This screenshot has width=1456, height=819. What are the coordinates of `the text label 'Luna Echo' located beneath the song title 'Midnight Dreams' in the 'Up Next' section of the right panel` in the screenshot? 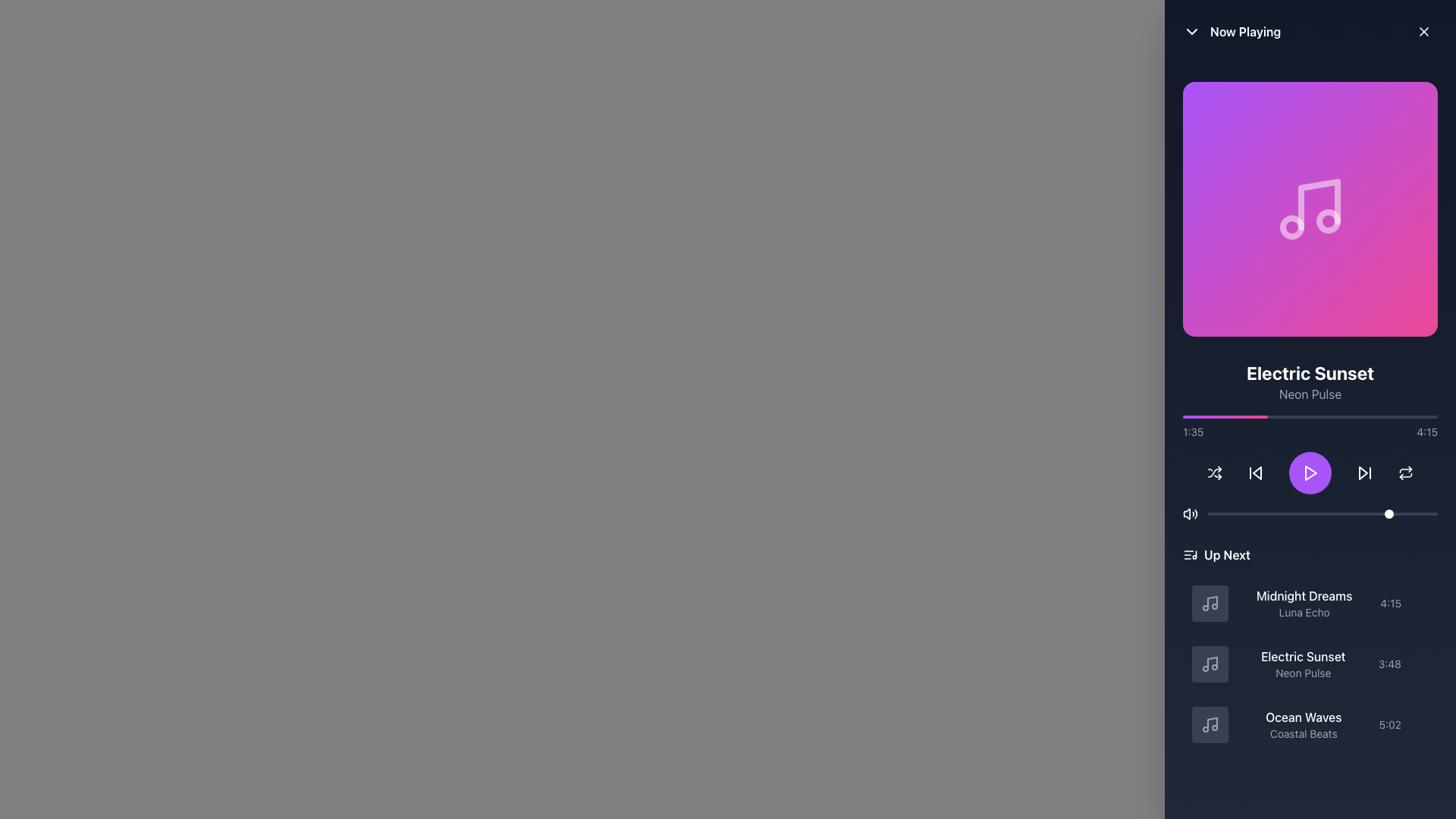 It's located at (1304, 611).